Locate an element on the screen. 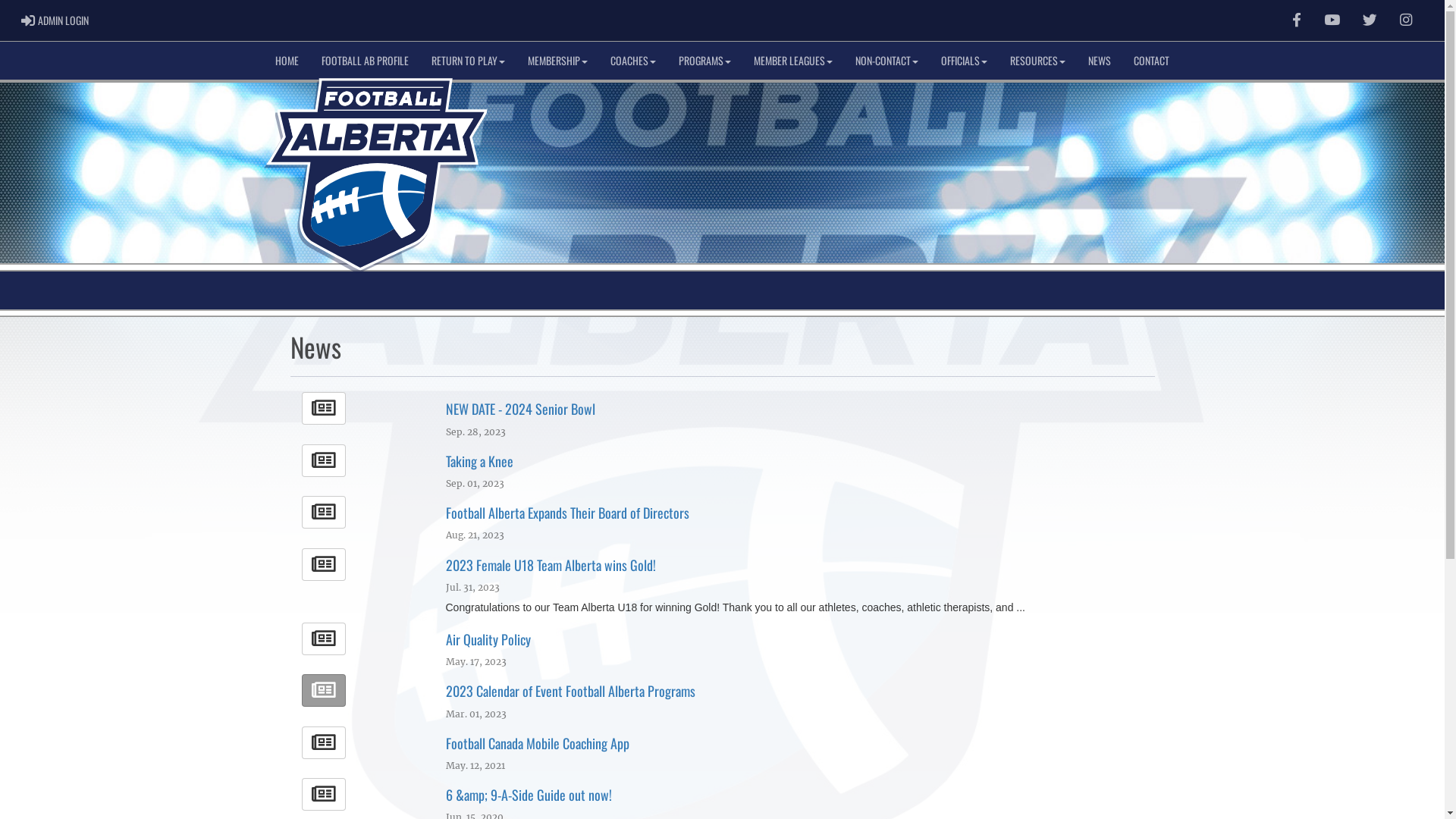 This screenshot has width=1456, height=819. 'FOOTBALL AB PROFILE' is located at coordinates (365, 60).